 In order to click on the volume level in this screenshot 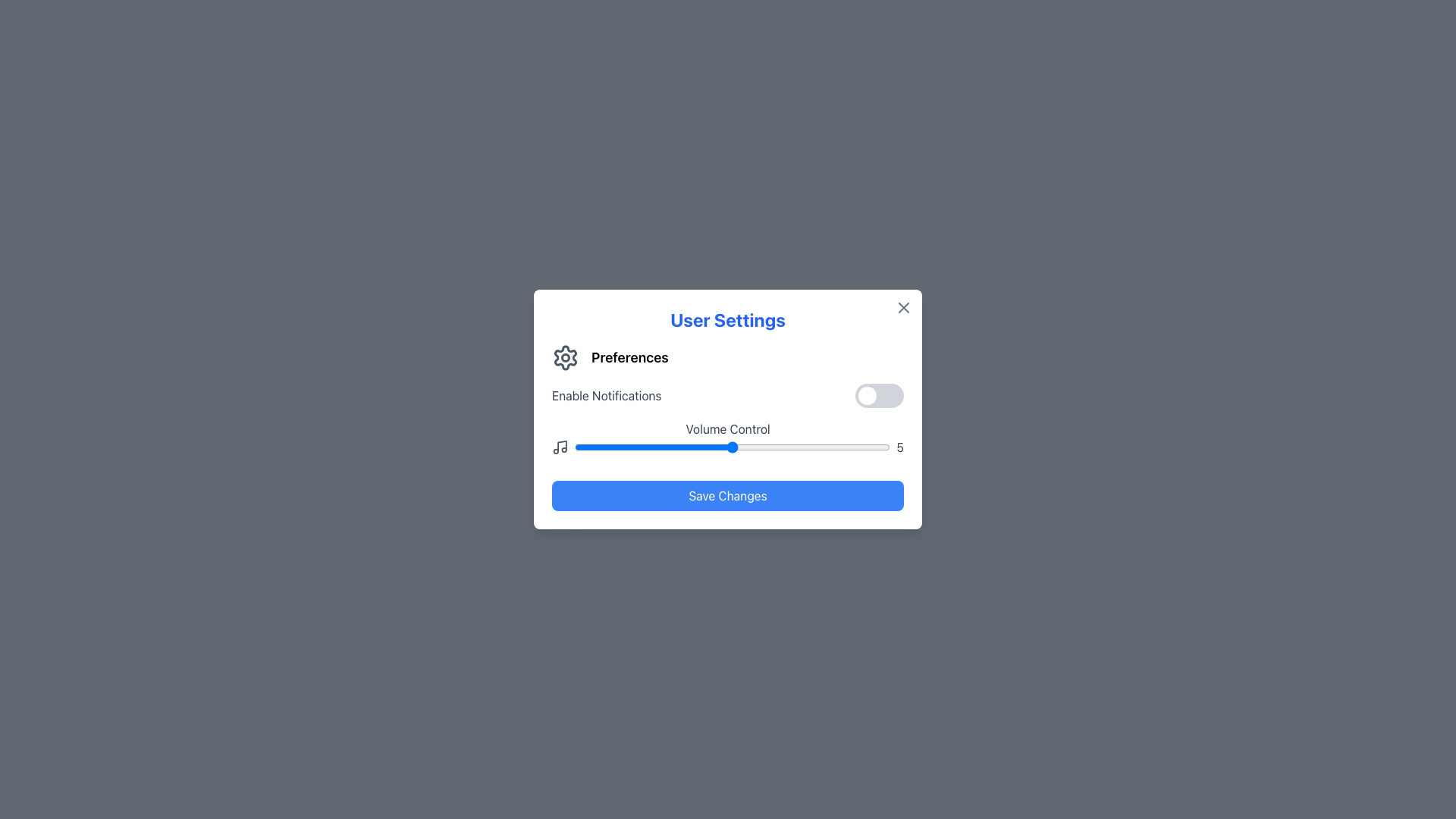, I will do `click(668, 447)`.